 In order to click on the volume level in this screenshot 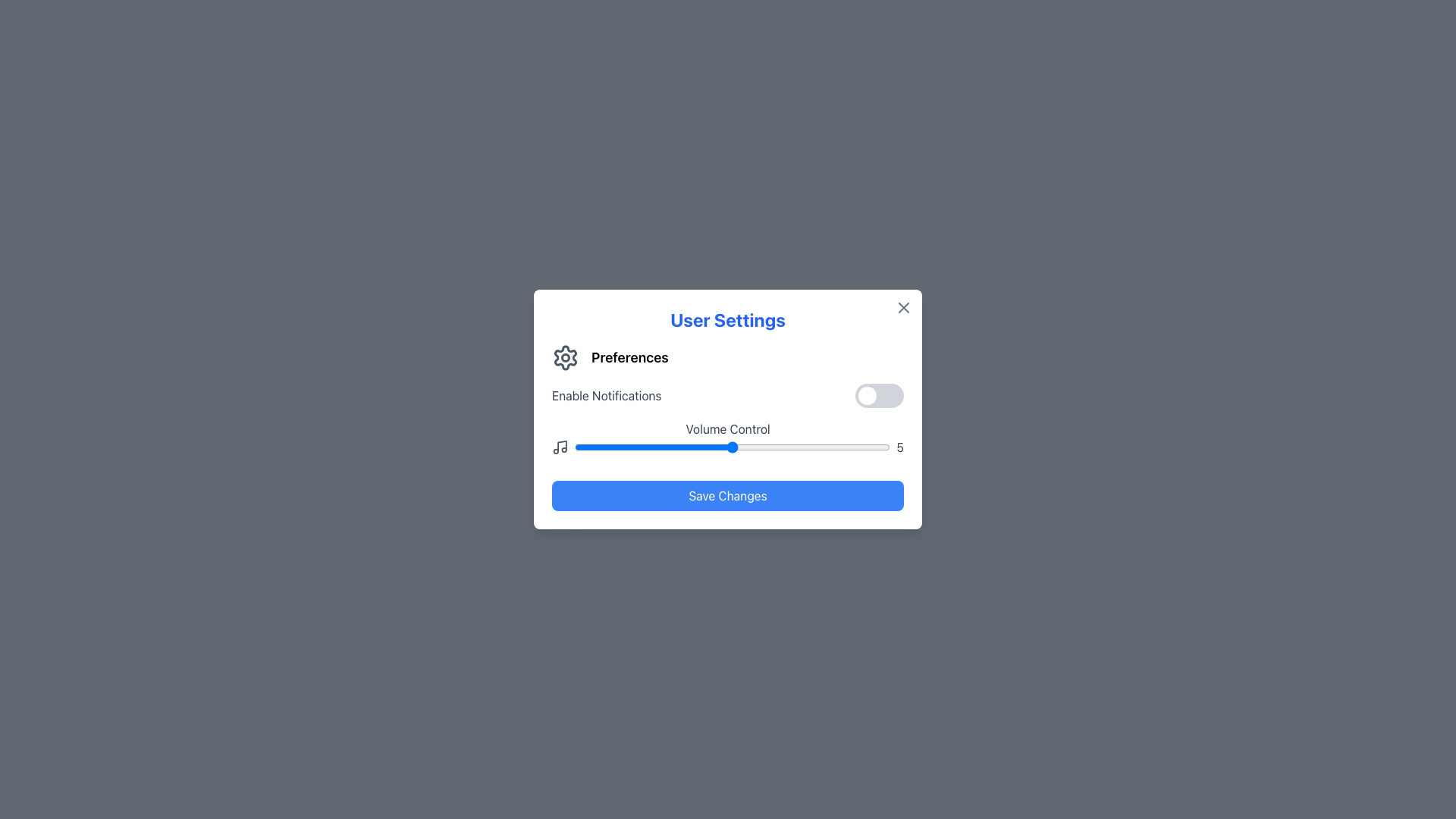, I will do `click(668, 447)`.